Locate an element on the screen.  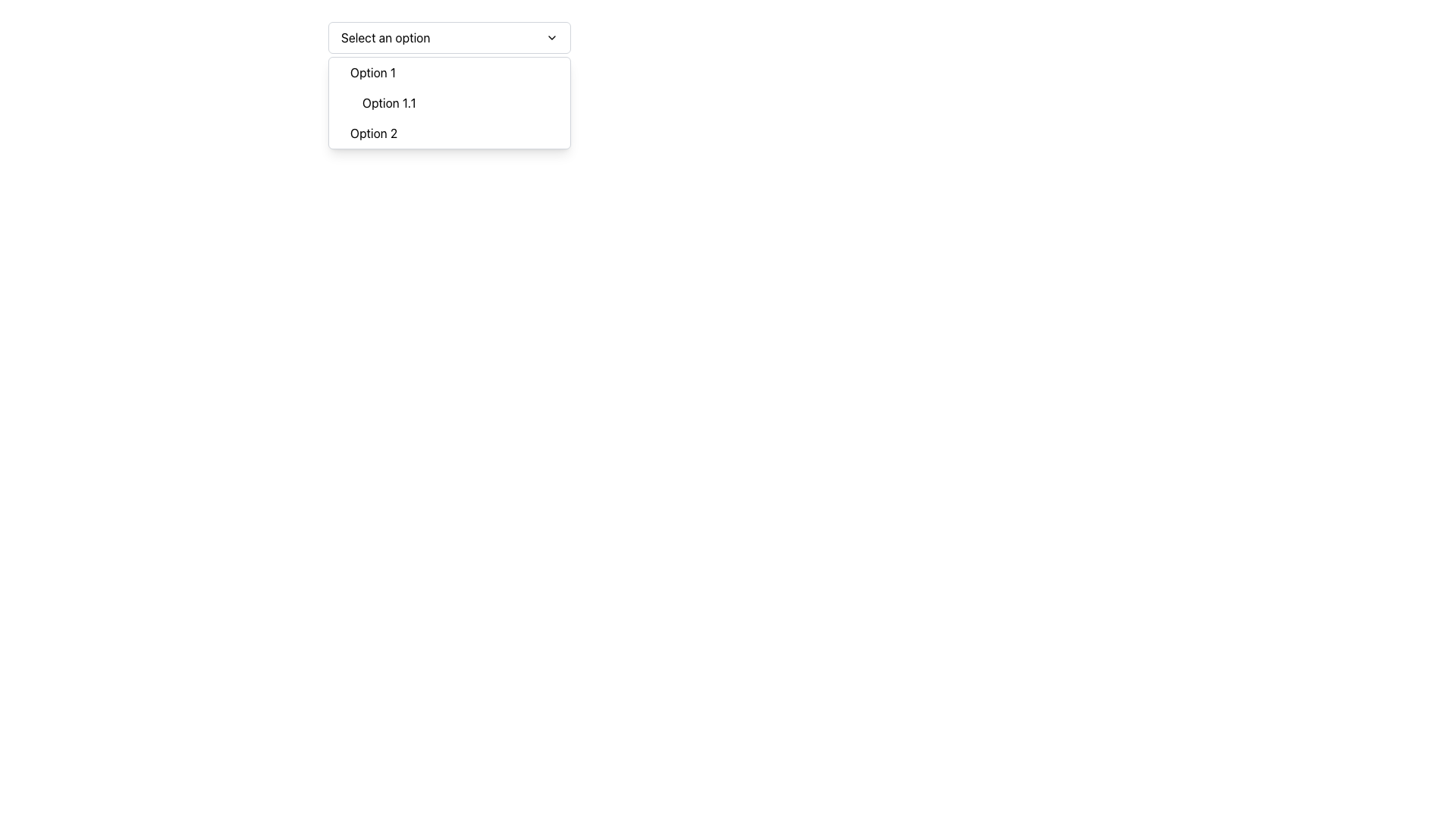
the first selectable option button within the dropdown menu labeled 'Select an option' is located at coordinates (454, 73).